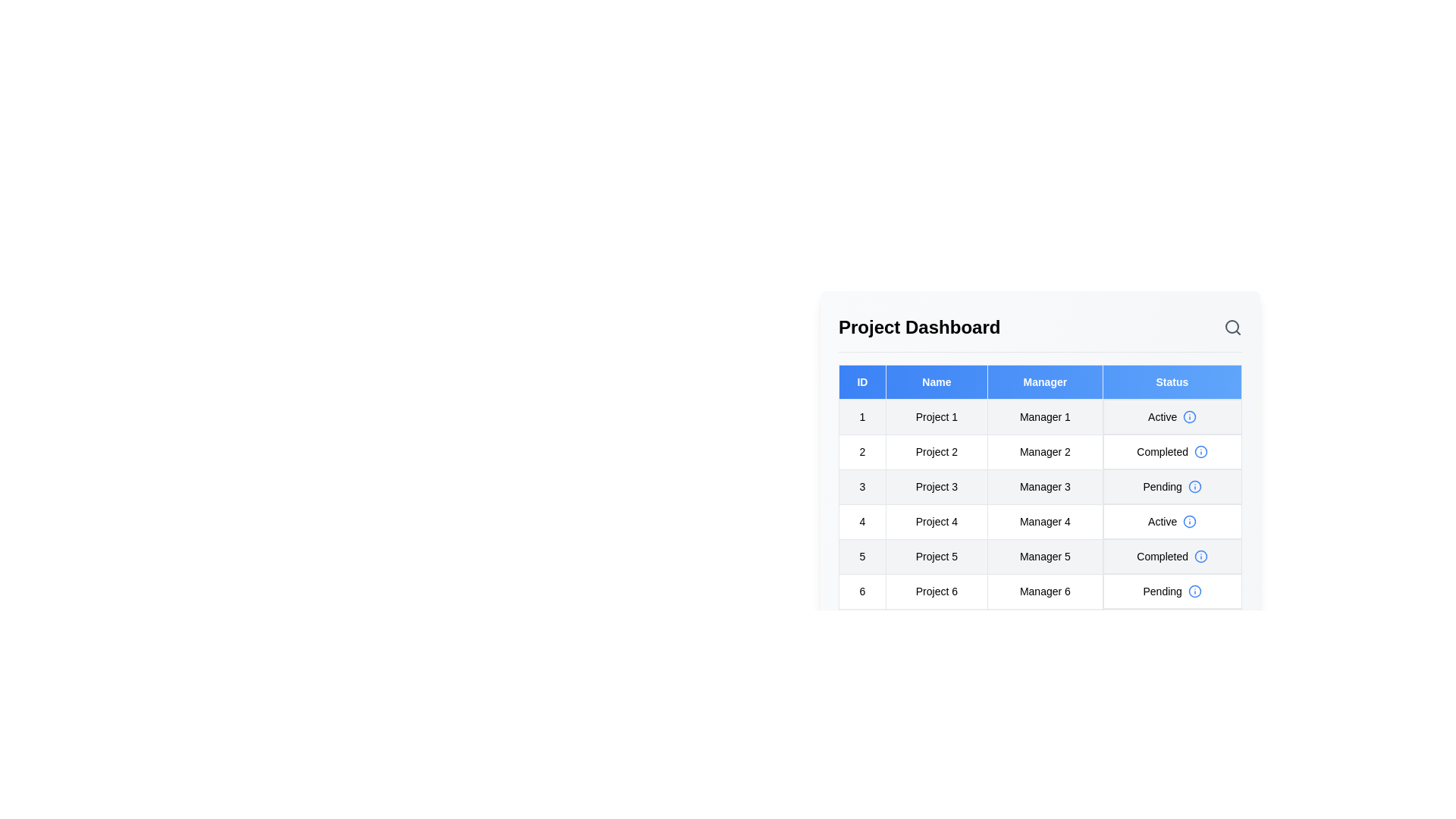  I want to click on the information icon for the status of project 6, so click(1193, 590).